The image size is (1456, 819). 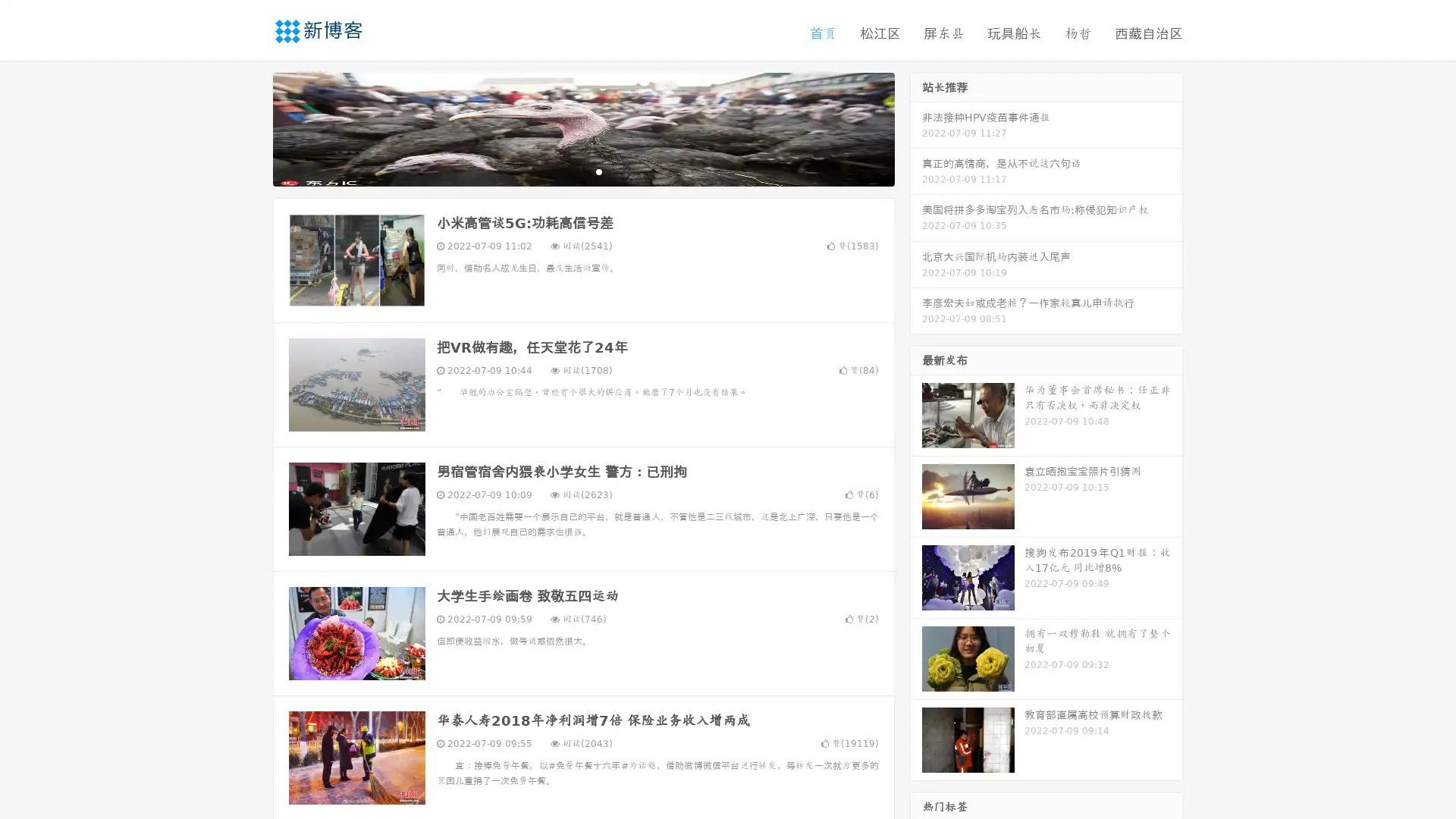 What do you see at coordinates (582, 171) in the screenshot?
I see `Go to slide 2` at bounding box center [582, 171].